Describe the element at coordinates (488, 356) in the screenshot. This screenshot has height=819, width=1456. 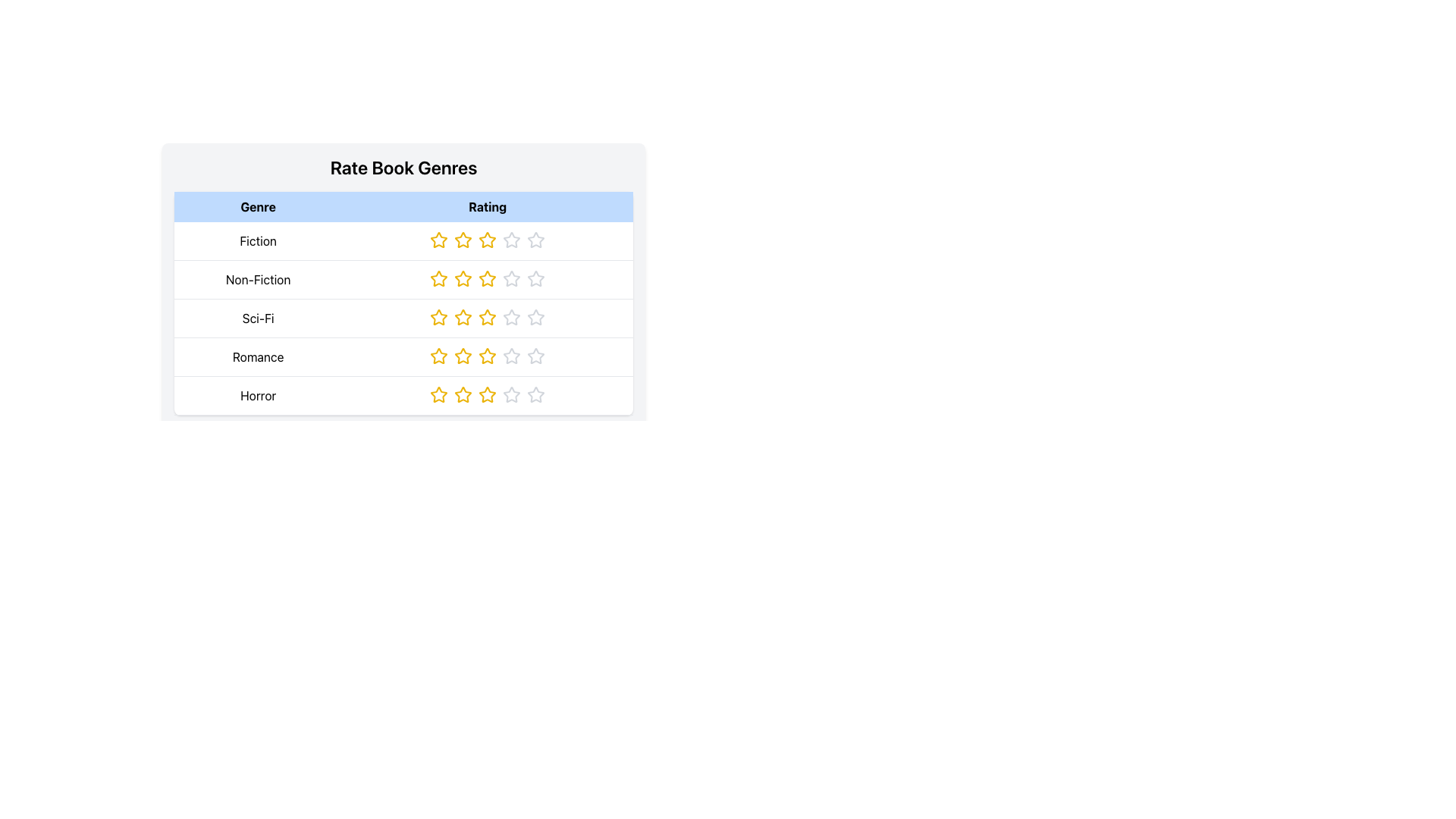
I see `the third star icon in the Romance row of the rating system` at that location.